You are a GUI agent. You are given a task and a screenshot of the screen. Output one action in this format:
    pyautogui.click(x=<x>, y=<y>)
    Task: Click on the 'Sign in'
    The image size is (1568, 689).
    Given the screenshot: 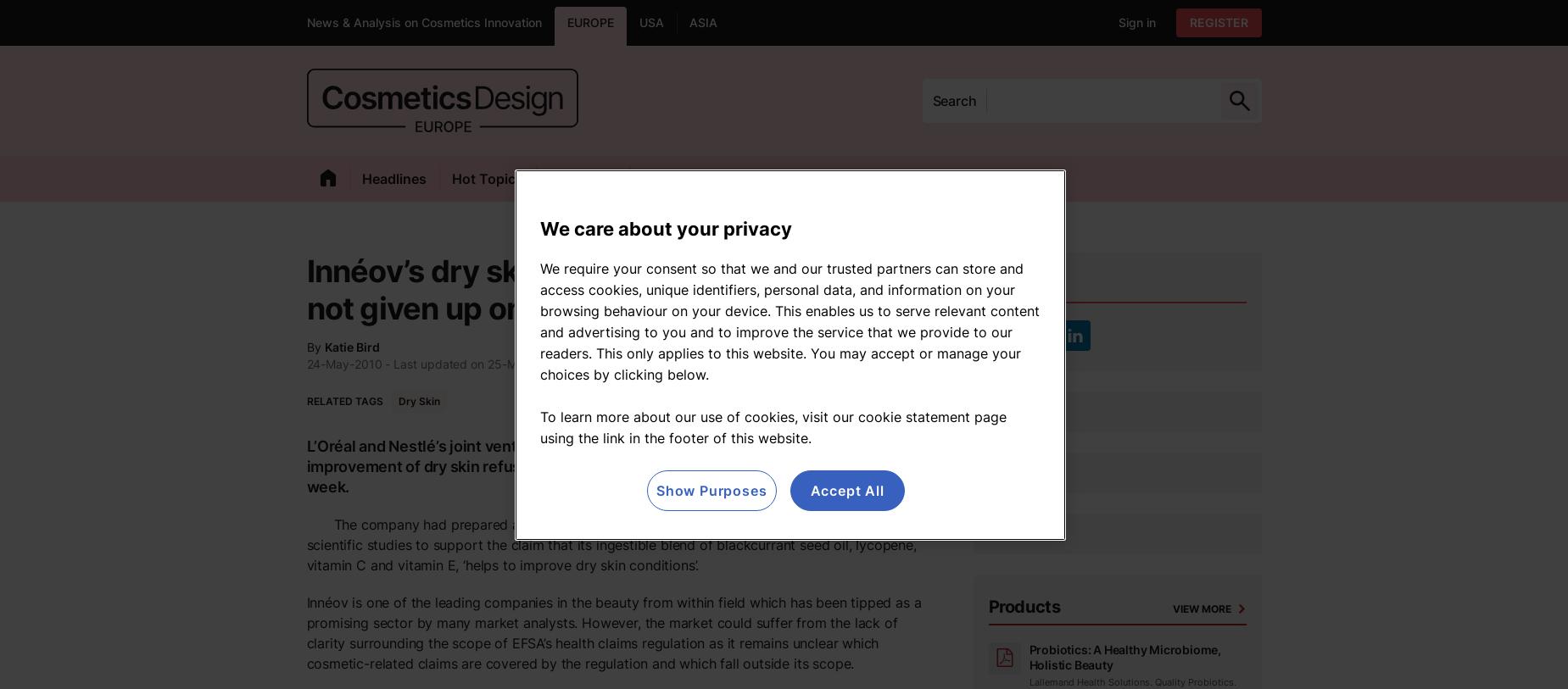 What is the action you would take?
    pyautogui.click(x=1117, y=21)
    